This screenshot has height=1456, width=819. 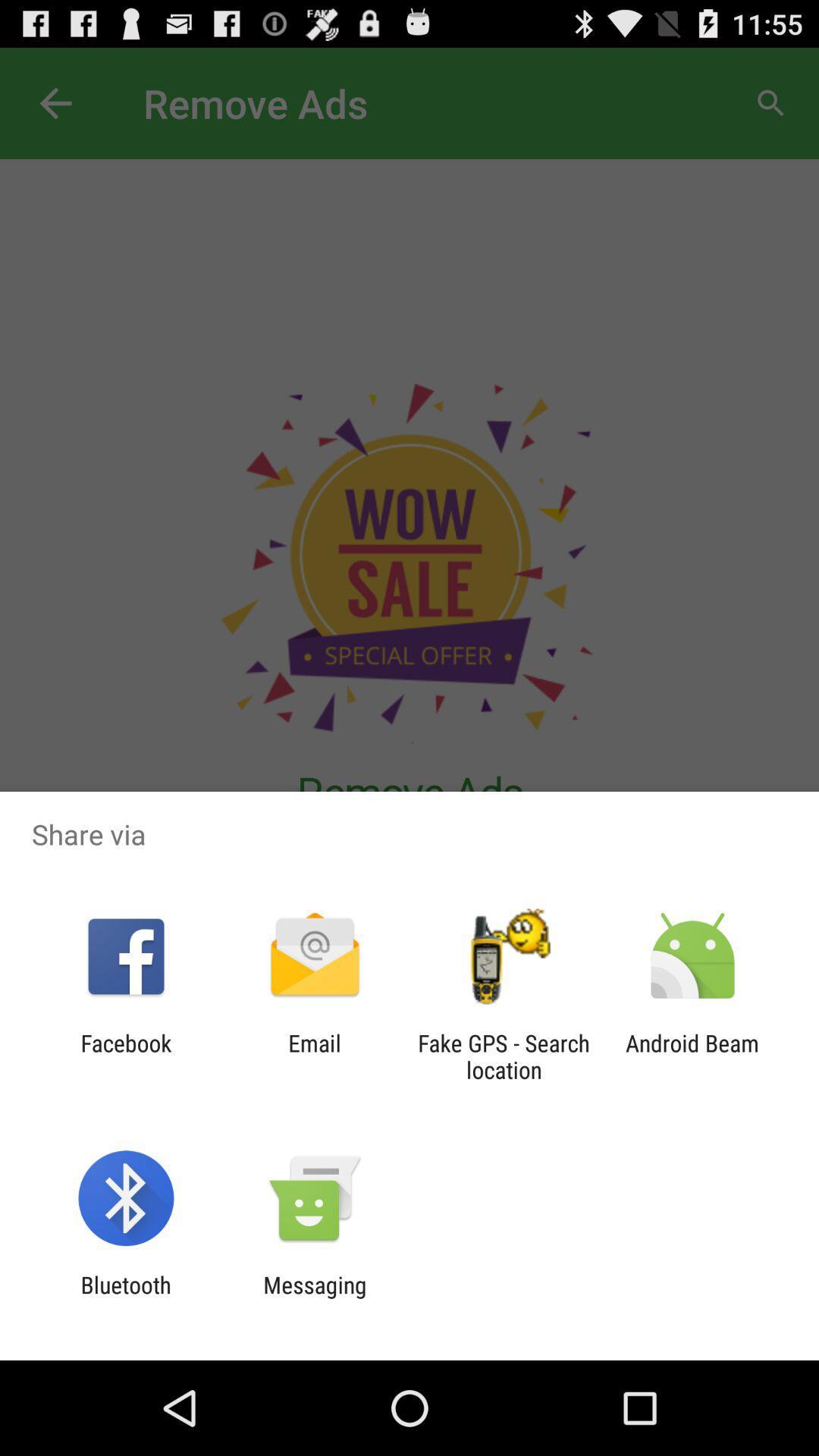 I want to click on item to the right of email item, so click(x=504, y=1056).